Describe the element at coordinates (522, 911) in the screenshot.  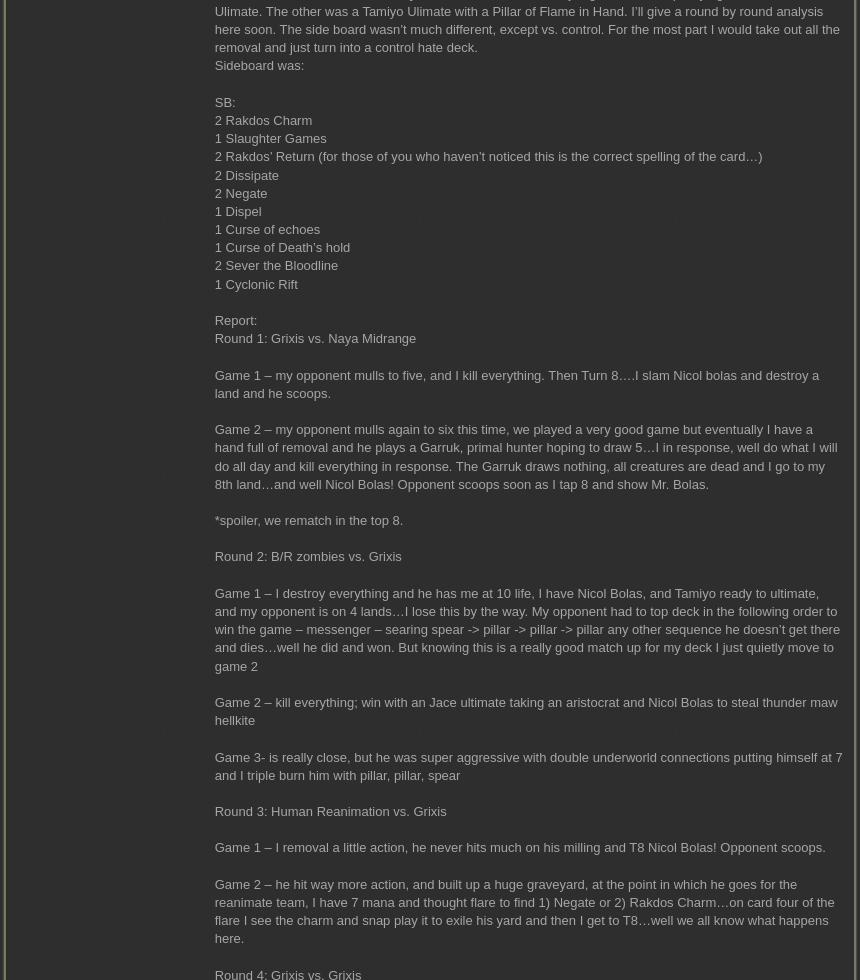
I see `'Game 2 – he hit way more action, and built up a huge graveyard, at the point in which he goes for the reanimate team, I have 7 mana and thought flare to find  1) Negate or 2) Rakdos Charm…on card four of the flare I see the charm and snap play it to exile his yard and then I get to T8…well we all know what happens here.'` at that location.